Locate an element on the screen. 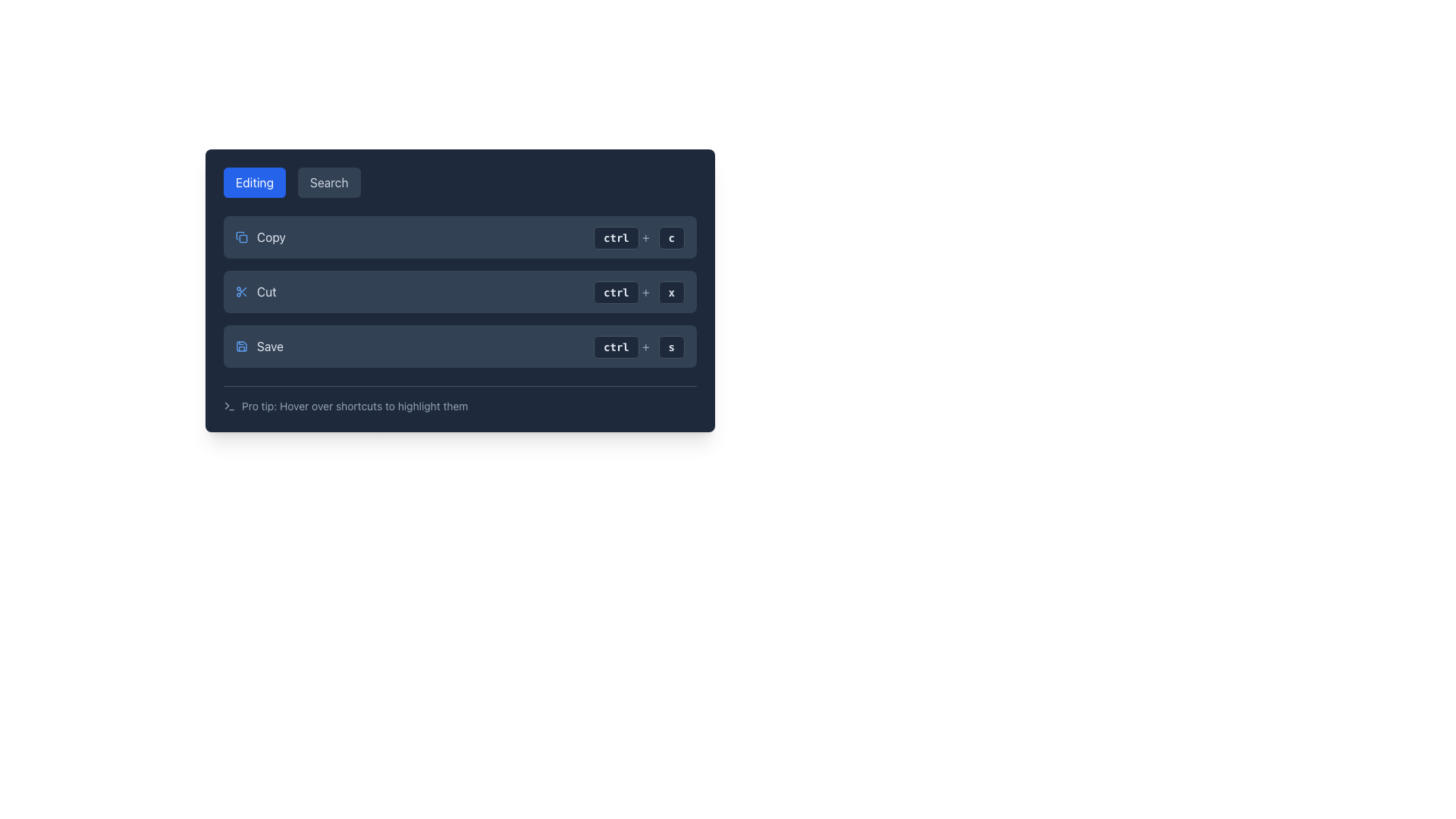 The width and height of the screenshot is (1456, 819). the button-like indicator with a dark background and the letter 's' in light color, located as the last item in the row associated with the 'Save' keyboard shortcut in the third row of shortcut instructions is located at coordinates (670, 347).